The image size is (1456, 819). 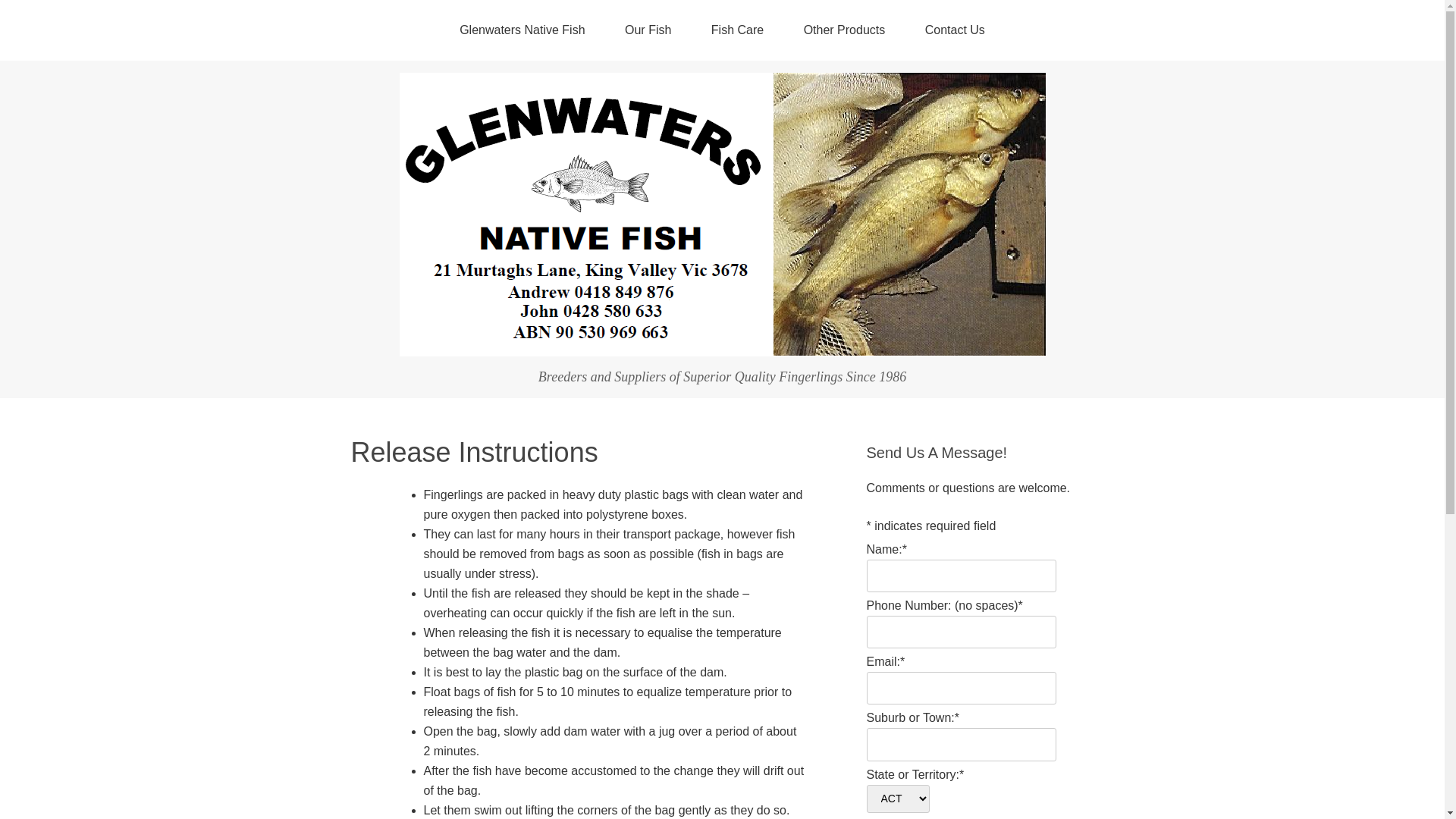 I want to click on 'Contact Us', so click(x=906, y=30).